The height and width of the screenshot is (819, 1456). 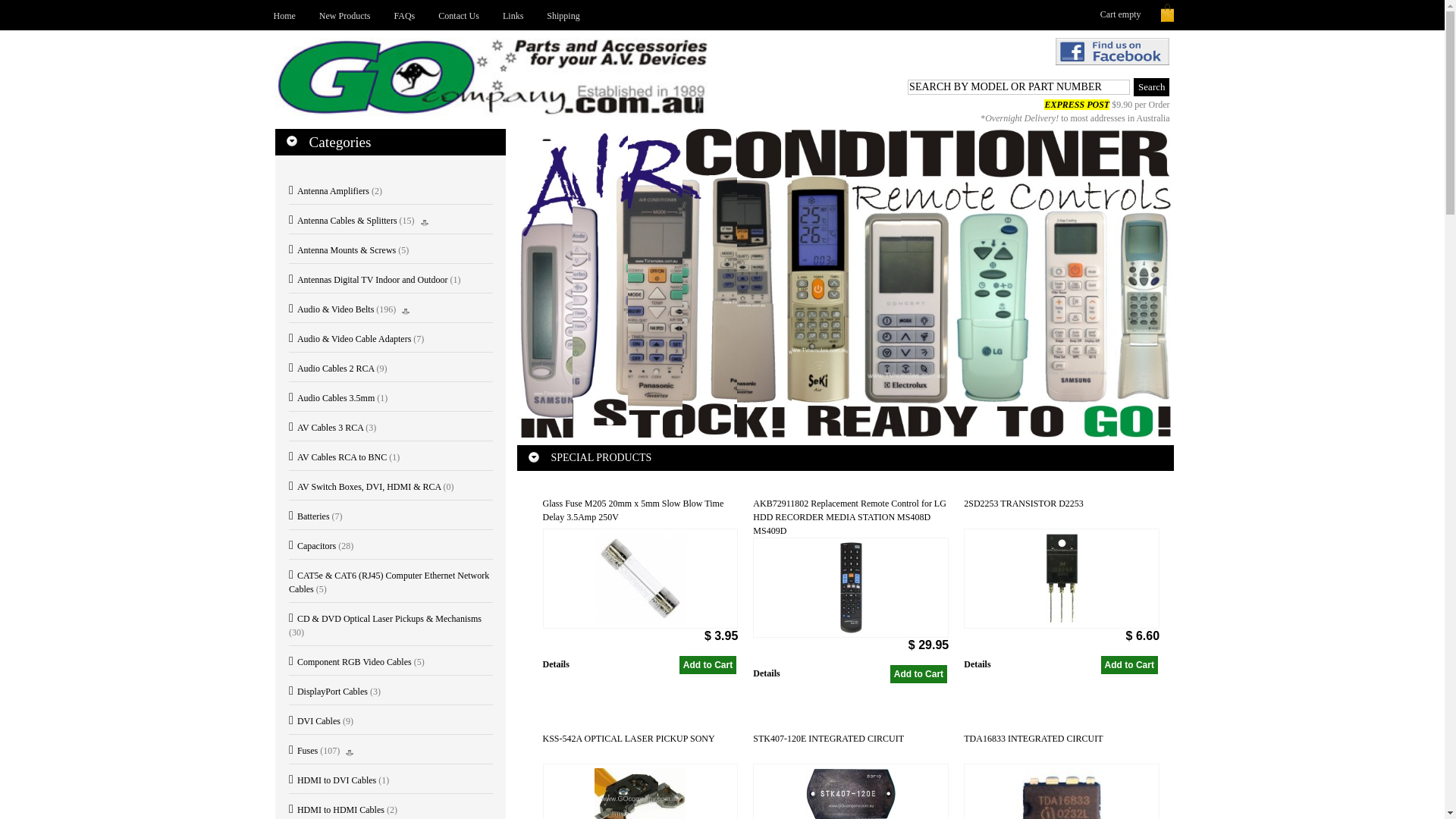 What do you see at coordinates (349, 661) in the screenshot?
I see `'Component RGB Video Cables'` at bounding box center [349, 661].